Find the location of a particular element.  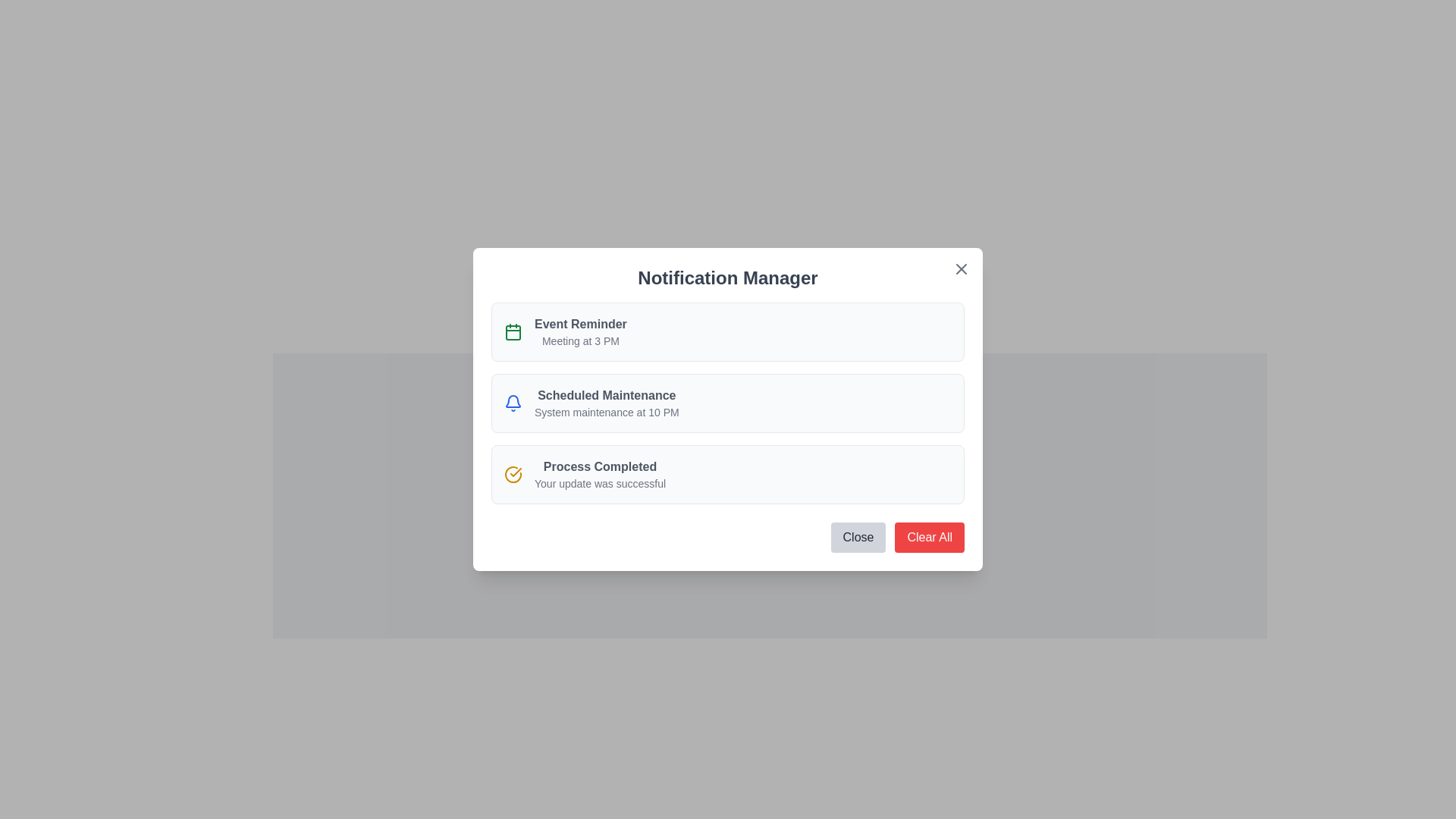

the text block displaying 'Scheduled Maintenance' in the Notification Manager modal, which consists of two lines of text with the first line in bold dark gray and the second line in smaller light gray is located at coordinates (607, 403).